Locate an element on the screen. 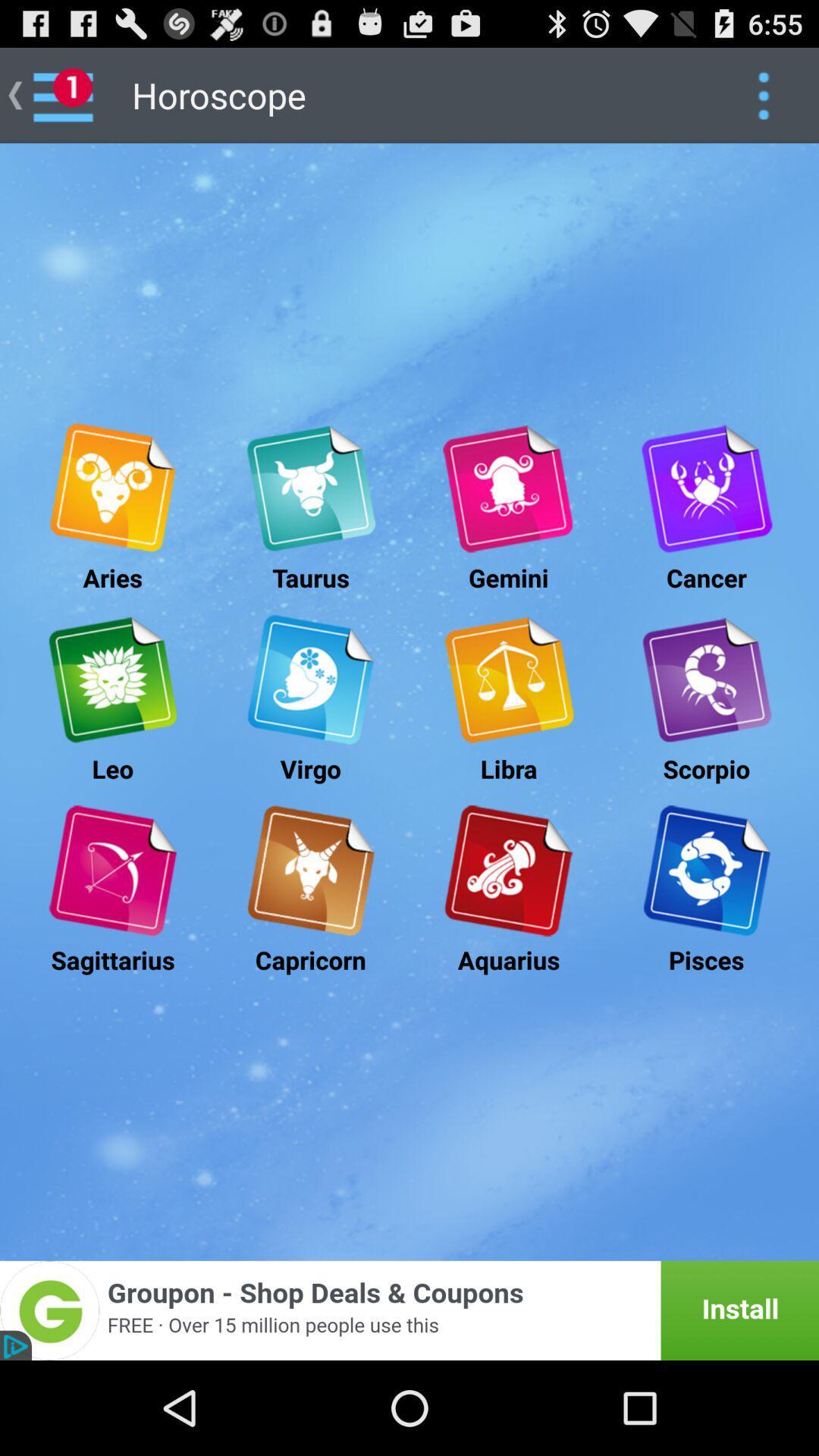 The image size is (819, 1456). arles is located at coordinates (111, 488).